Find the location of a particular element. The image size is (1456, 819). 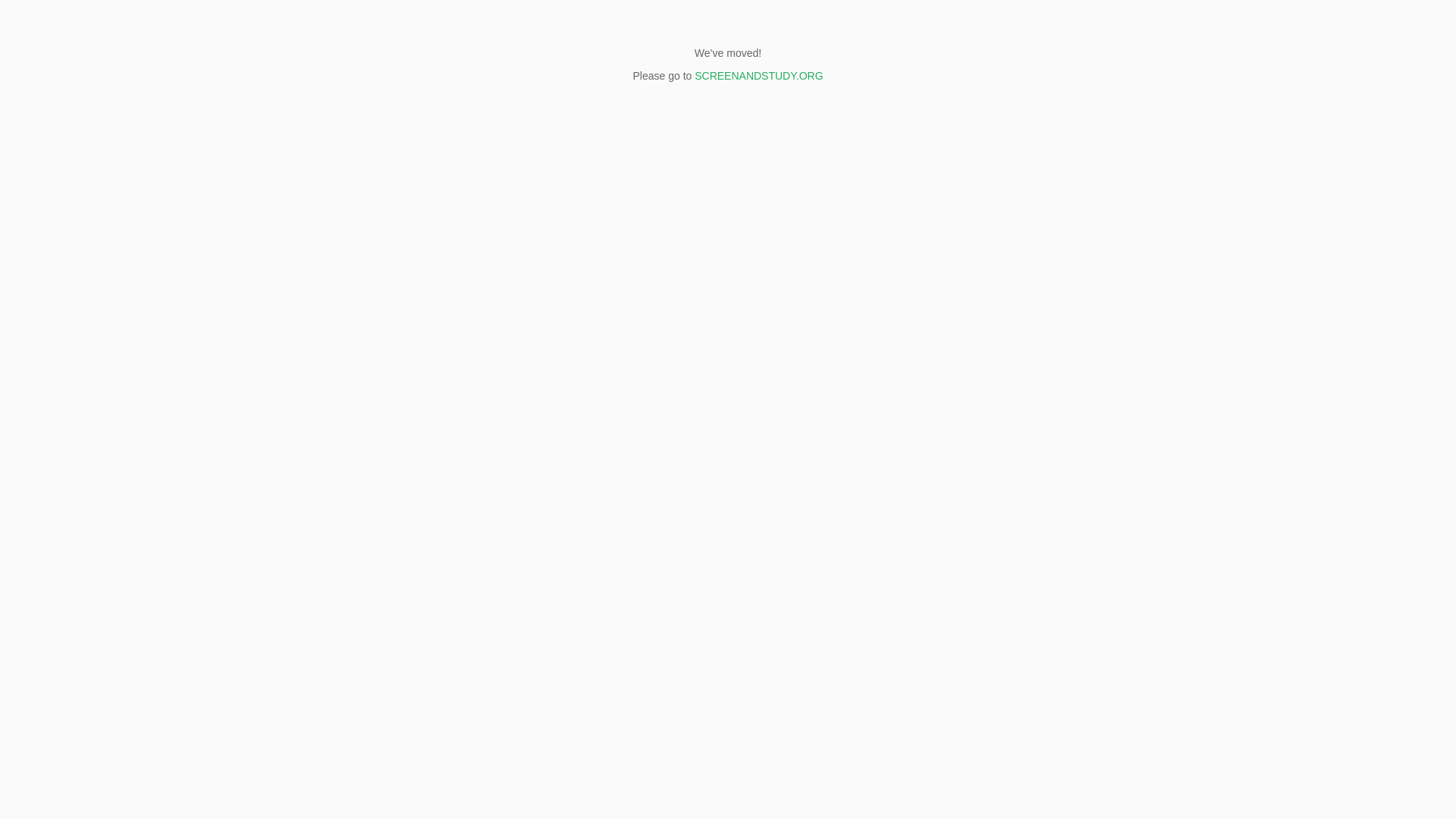

'SCREENANDSTUDY.ORG' is located at coordinates (757, 76).